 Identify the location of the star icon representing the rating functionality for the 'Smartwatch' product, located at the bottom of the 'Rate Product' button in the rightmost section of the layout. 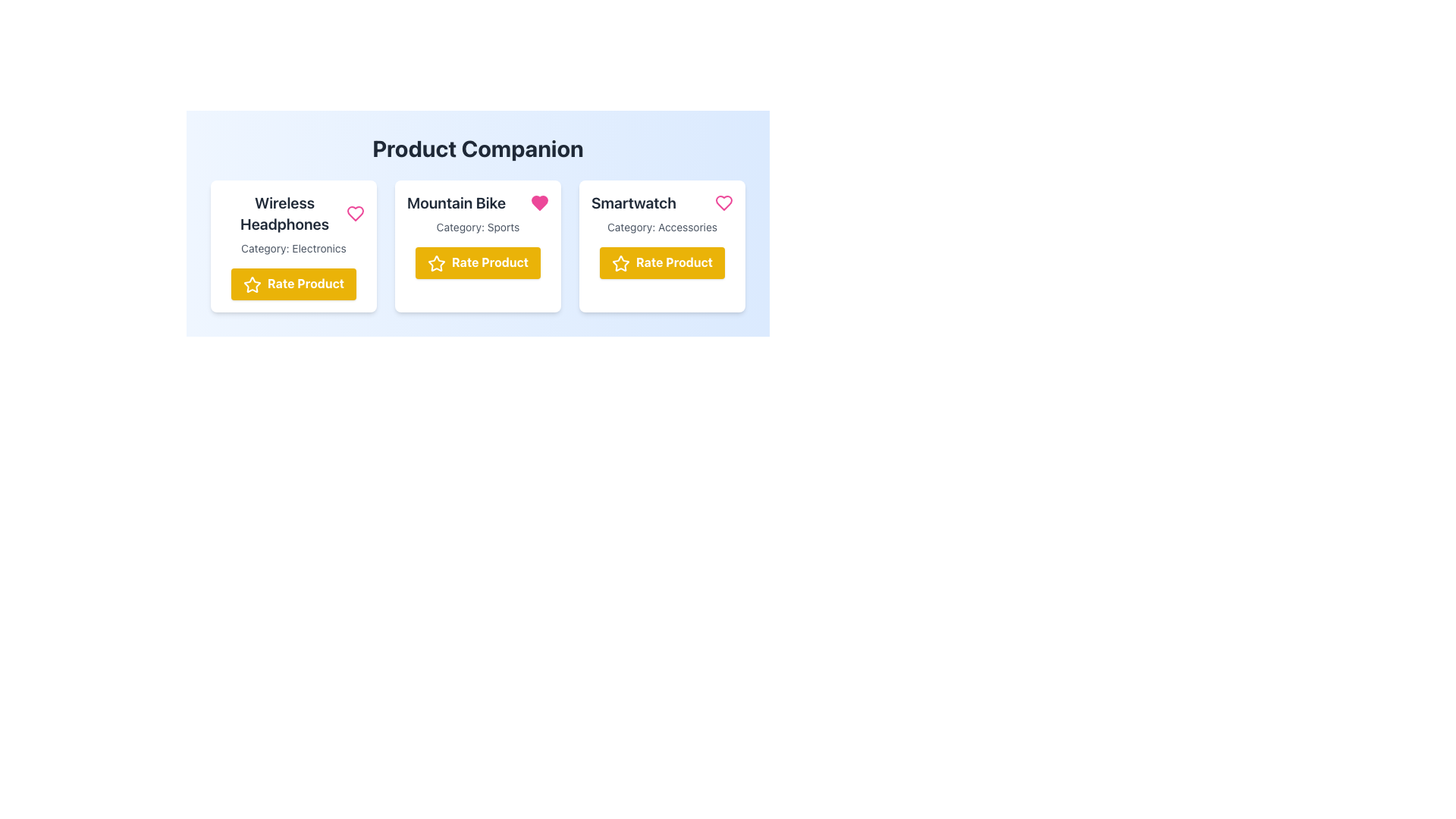
(620, 262).